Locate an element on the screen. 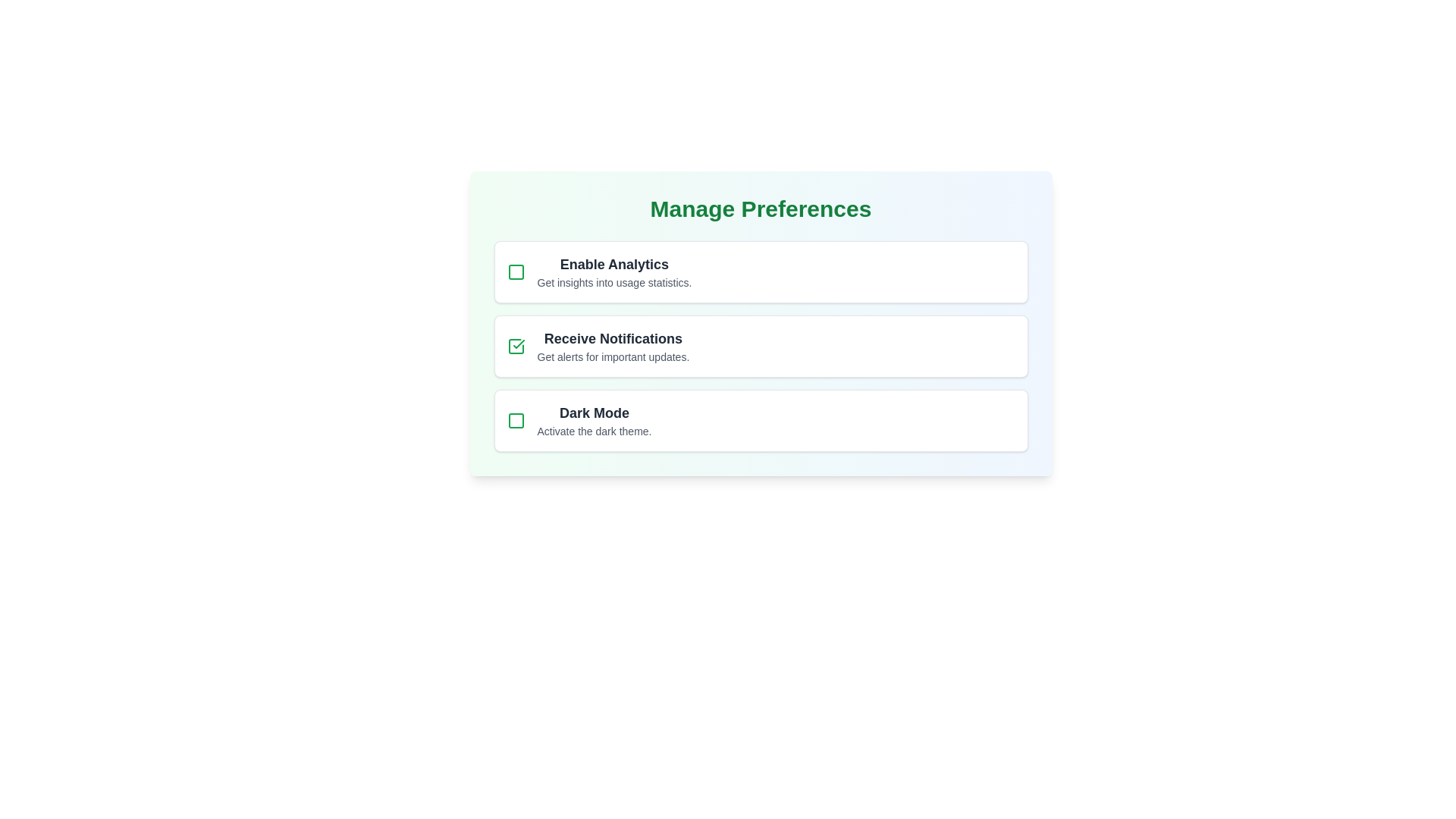  the text label that says 'Activate the dark theme.' which is styled with a gray font and positioned beneath the 'Dark Mode' heading in the preferences panel is located at coordinates (593, 431).